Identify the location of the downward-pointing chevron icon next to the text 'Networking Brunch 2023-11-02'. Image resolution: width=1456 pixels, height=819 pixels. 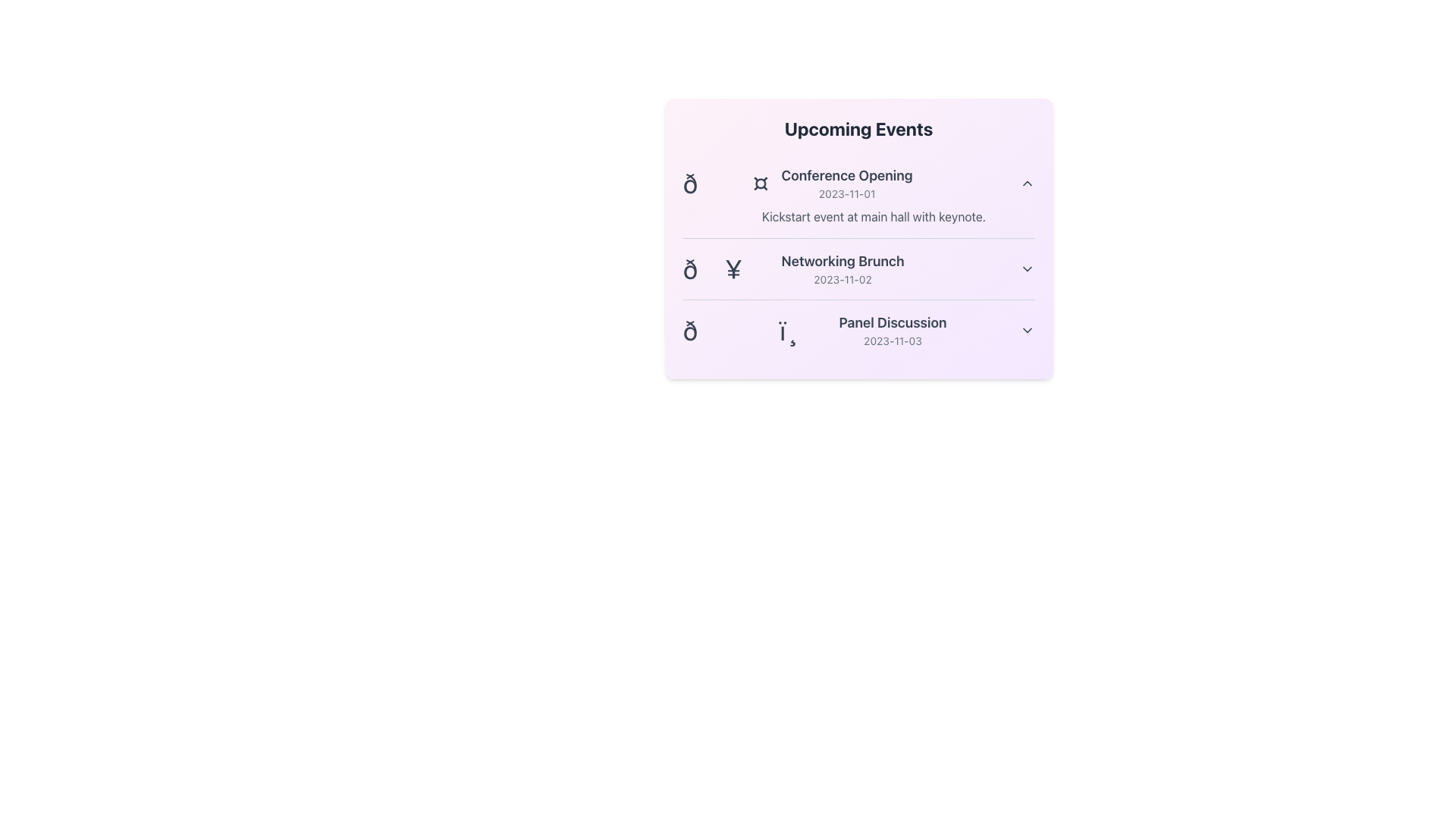
(1027, 268).